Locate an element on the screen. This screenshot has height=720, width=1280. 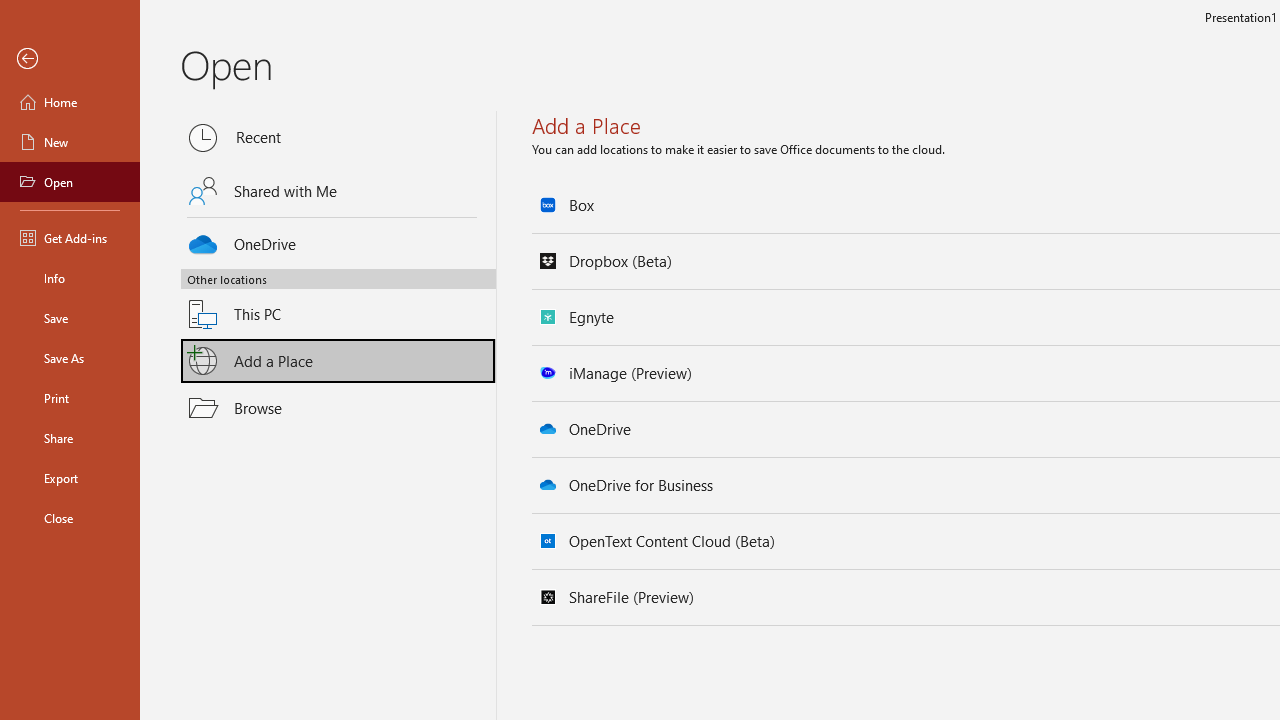
'Shared with Me' is located at coordinates (338, 191).